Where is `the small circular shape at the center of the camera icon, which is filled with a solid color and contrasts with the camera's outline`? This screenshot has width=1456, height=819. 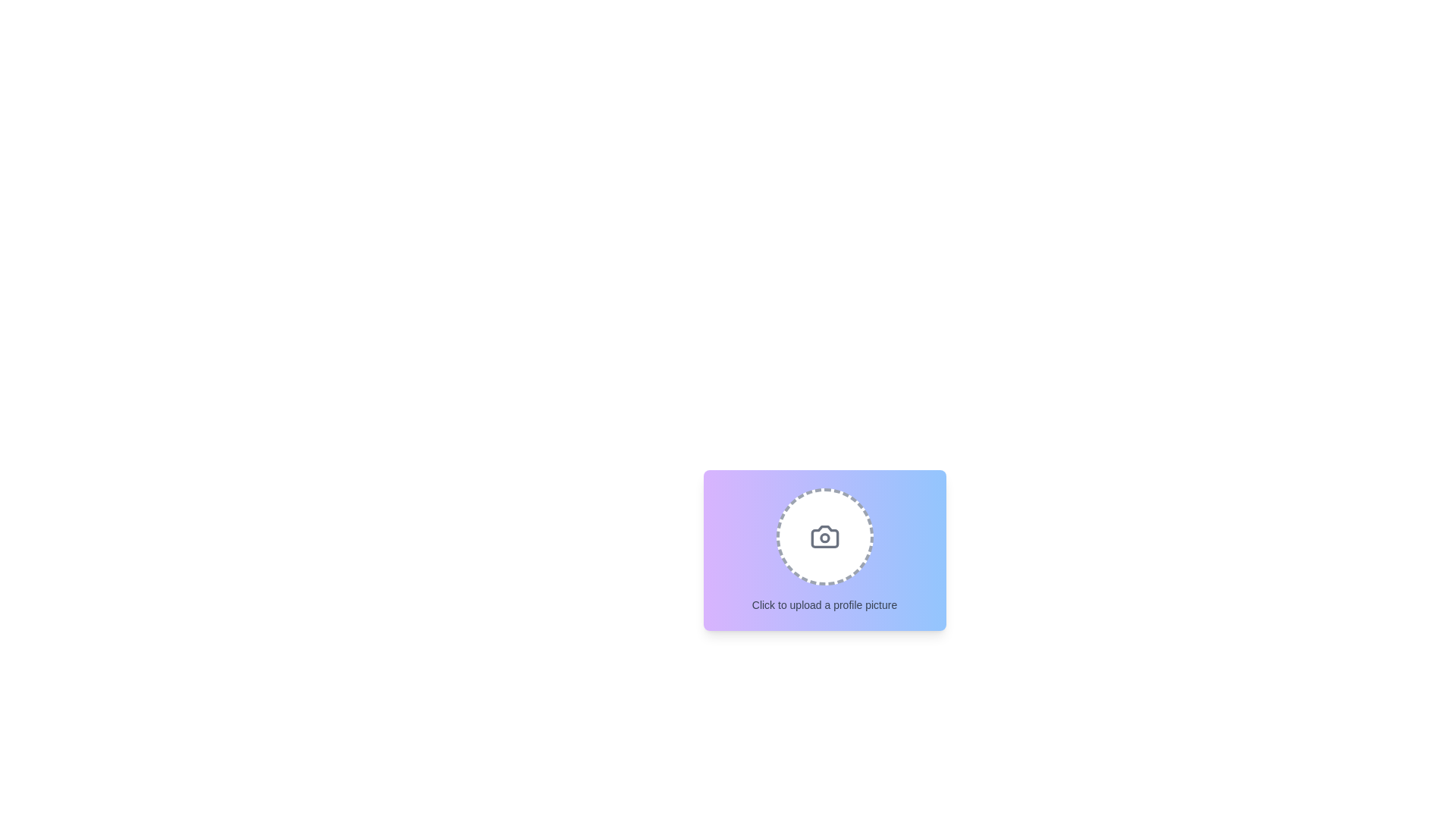
the small circular shape at the center of the camera icon, which is filled with a solid color and contrasts with the camera's outline is located at coordinates (824, 537).